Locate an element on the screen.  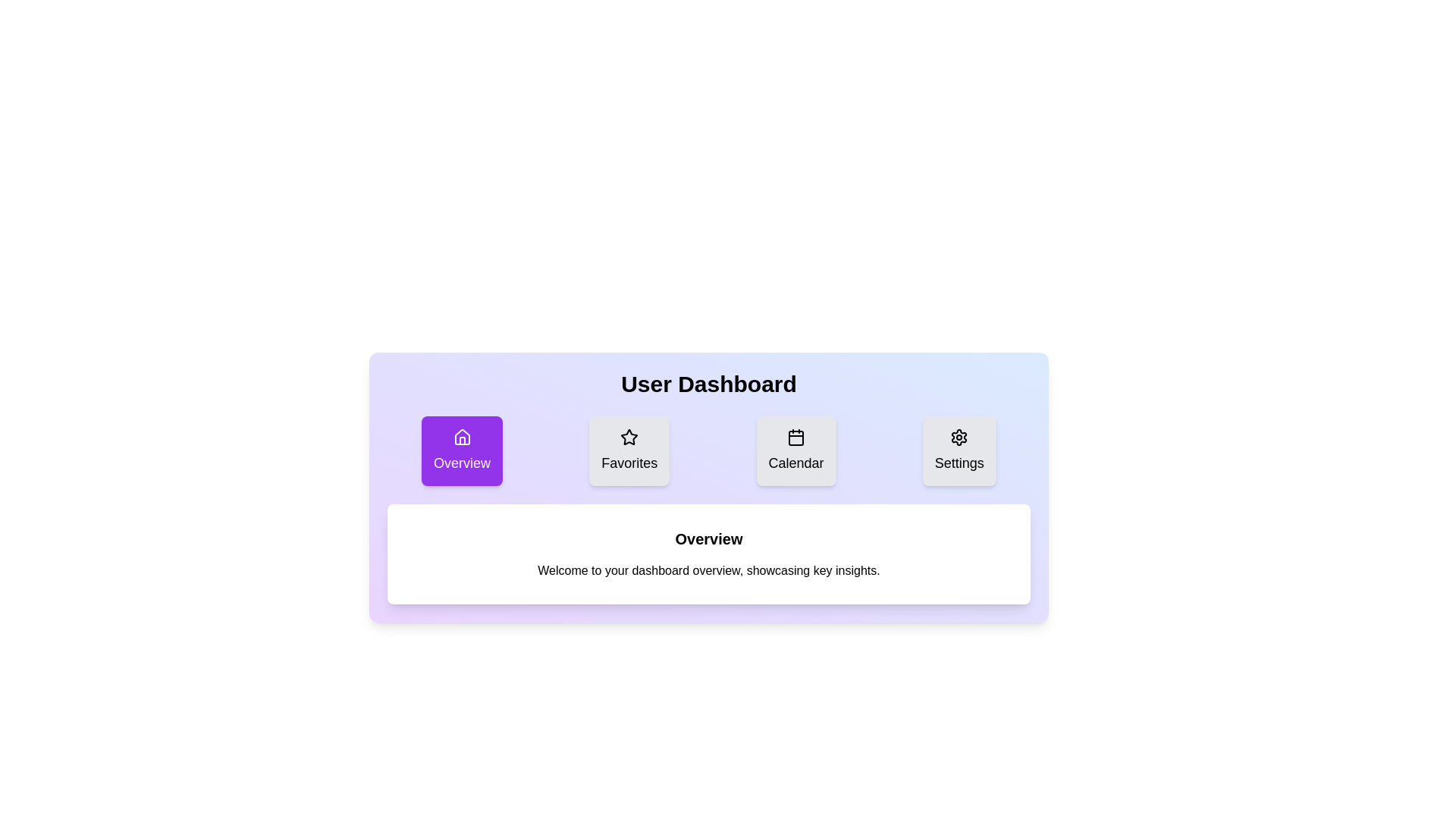
the Settings tab to view its content is located at coordinates (959, 450).